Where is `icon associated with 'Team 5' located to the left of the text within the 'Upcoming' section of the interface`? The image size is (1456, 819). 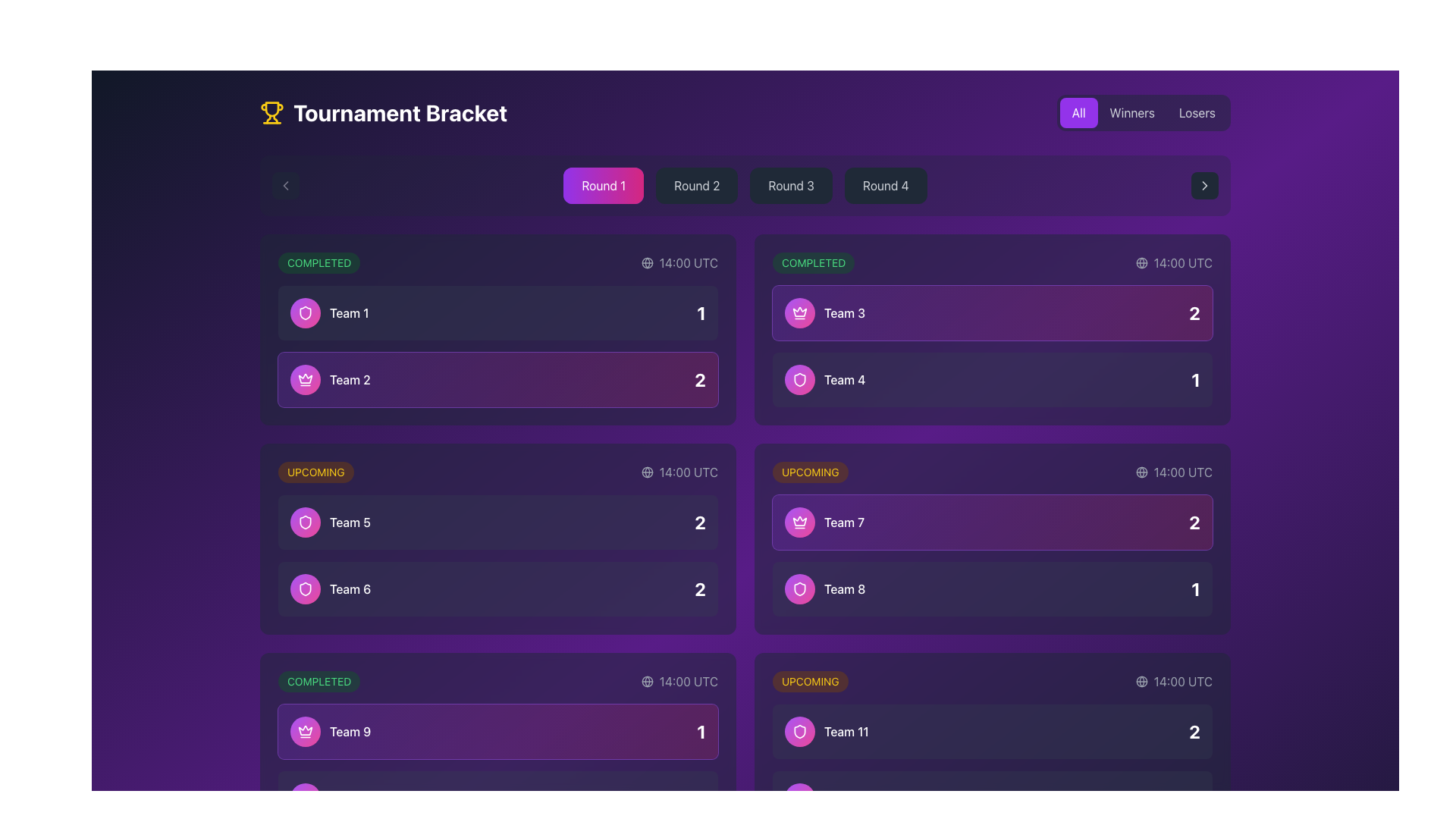 icon associated with 'Team 5' located to the left of the text within the 'Upcoming' section of the interface is located at coordinates (305, 522).